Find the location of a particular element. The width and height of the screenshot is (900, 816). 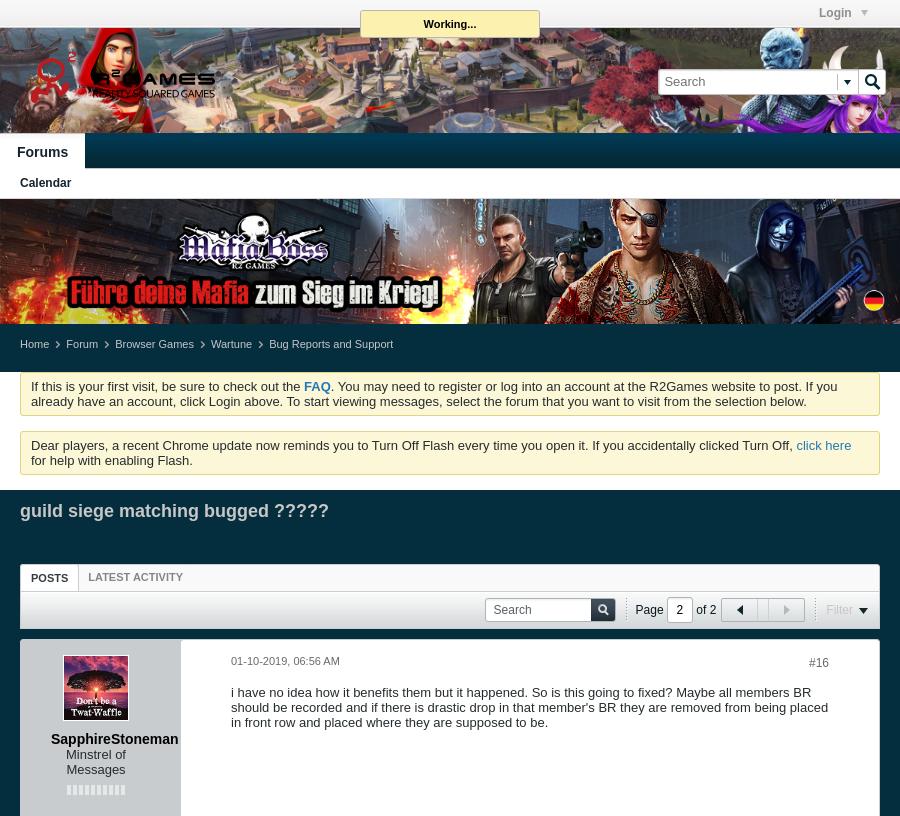

'i have no idea how it benefits them but it happened. So is this going to fixed? Maybe all members BR should be recorded and if there is drastic drop in that member's BR they are removed from being placed in front row and placed where they are supposed to be.' is located at coordinates (528, 705).